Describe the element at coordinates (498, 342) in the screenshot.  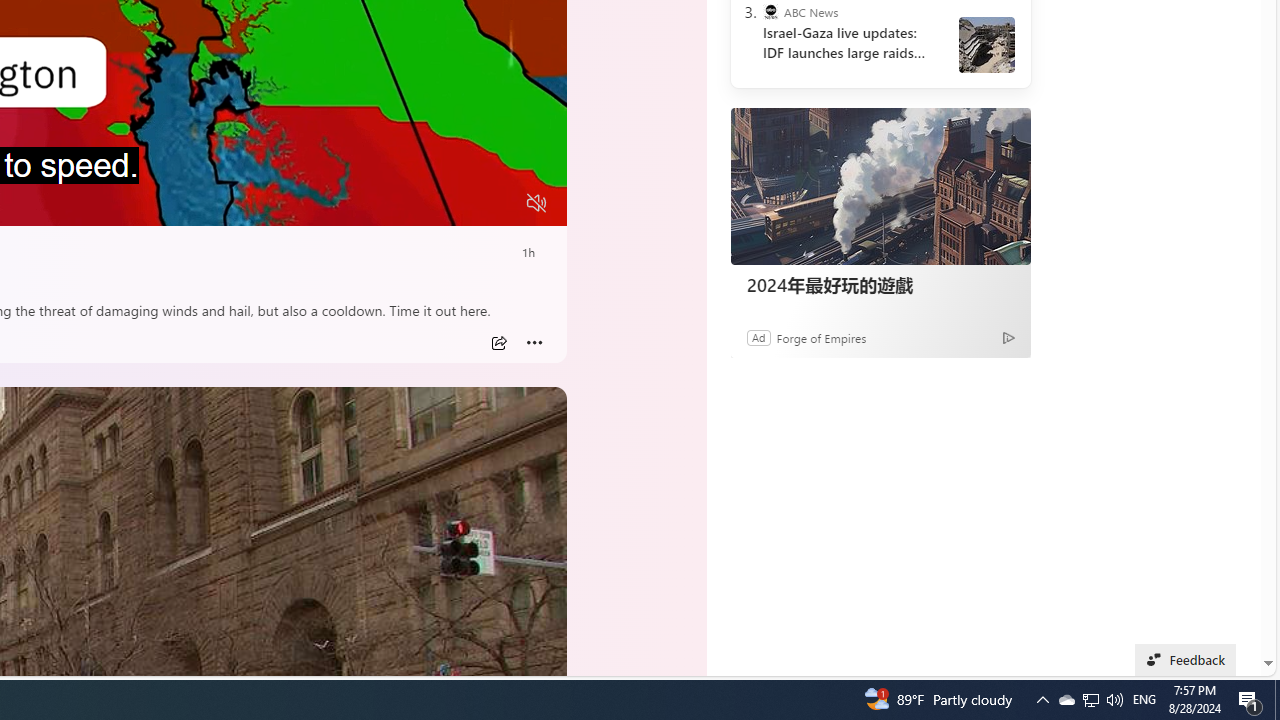
I see `'Share'` at that location.